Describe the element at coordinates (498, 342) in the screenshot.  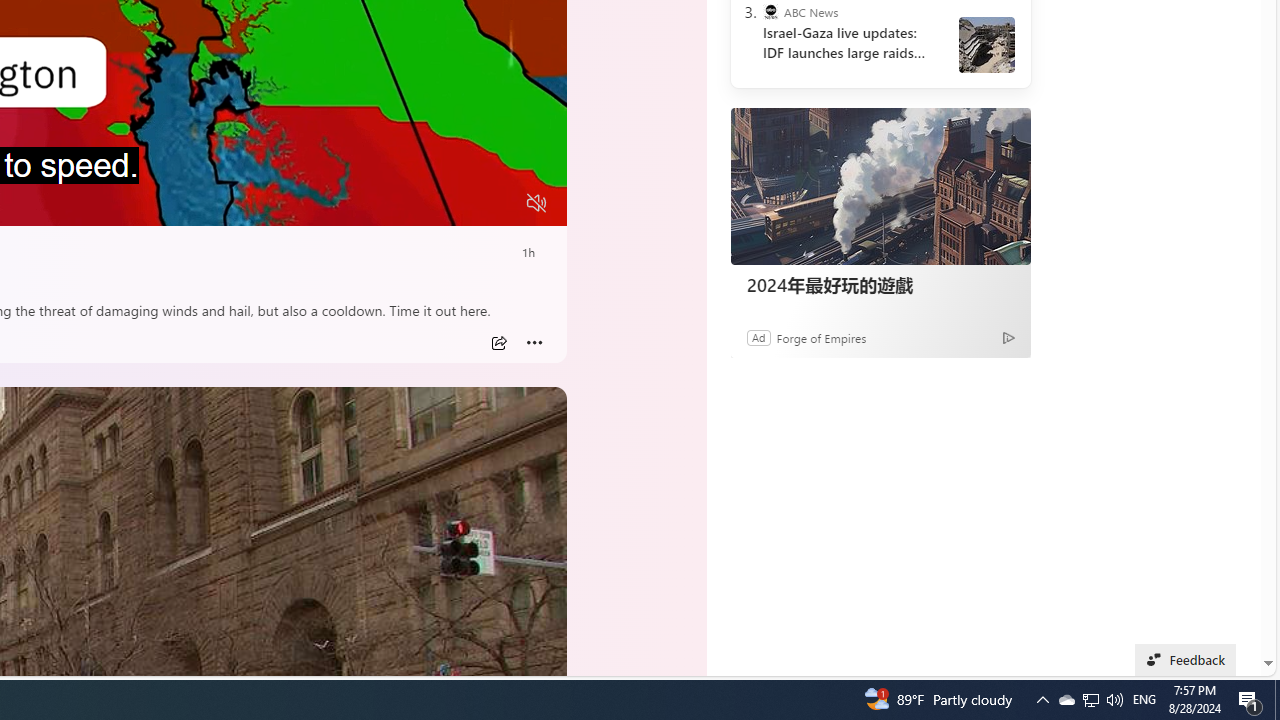
I see `'Share'` at that location.